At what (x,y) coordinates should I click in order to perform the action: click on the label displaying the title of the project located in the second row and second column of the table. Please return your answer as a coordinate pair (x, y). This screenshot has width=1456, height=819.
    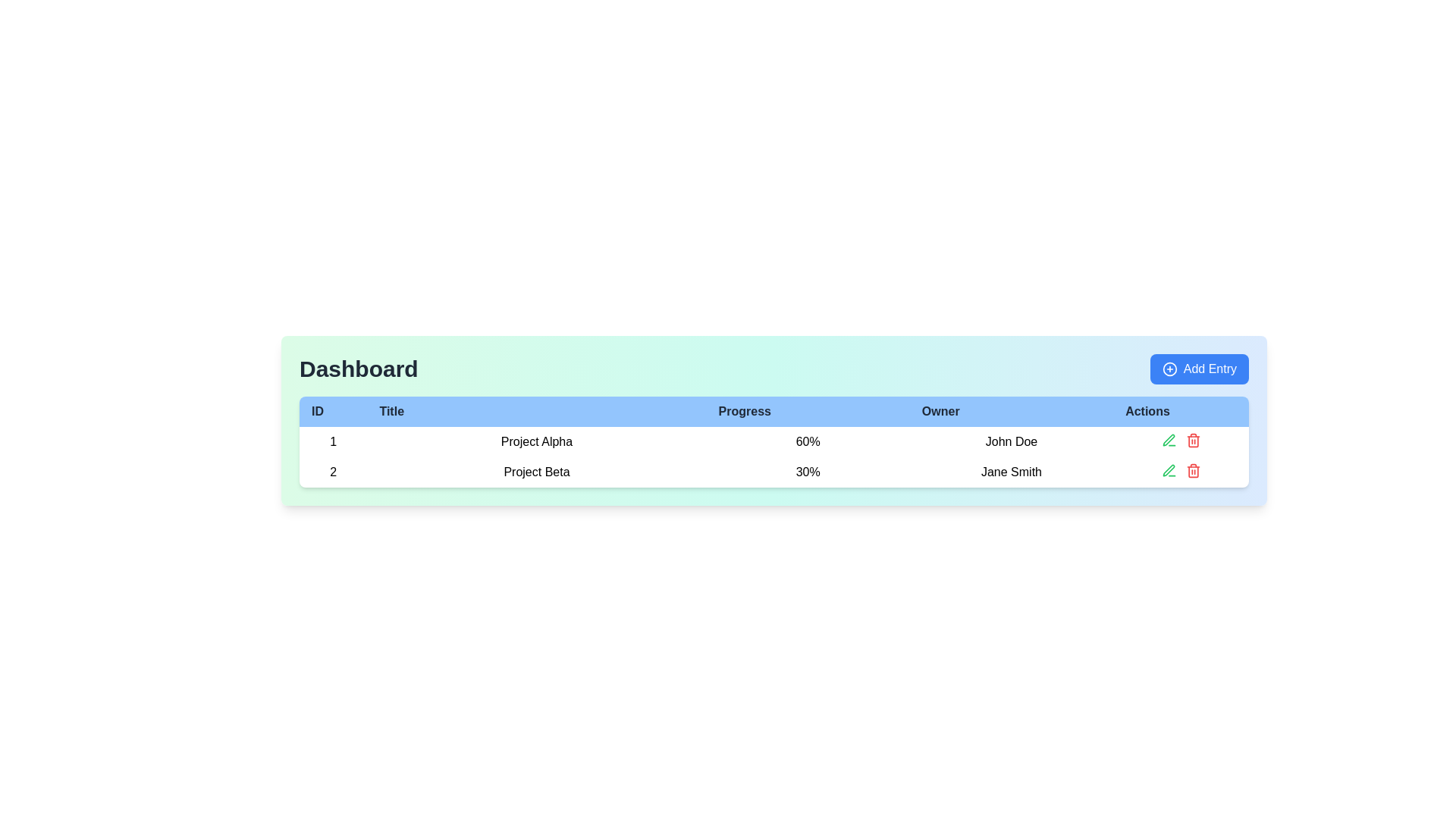
    Looking at the image, I should click on (536, 472).